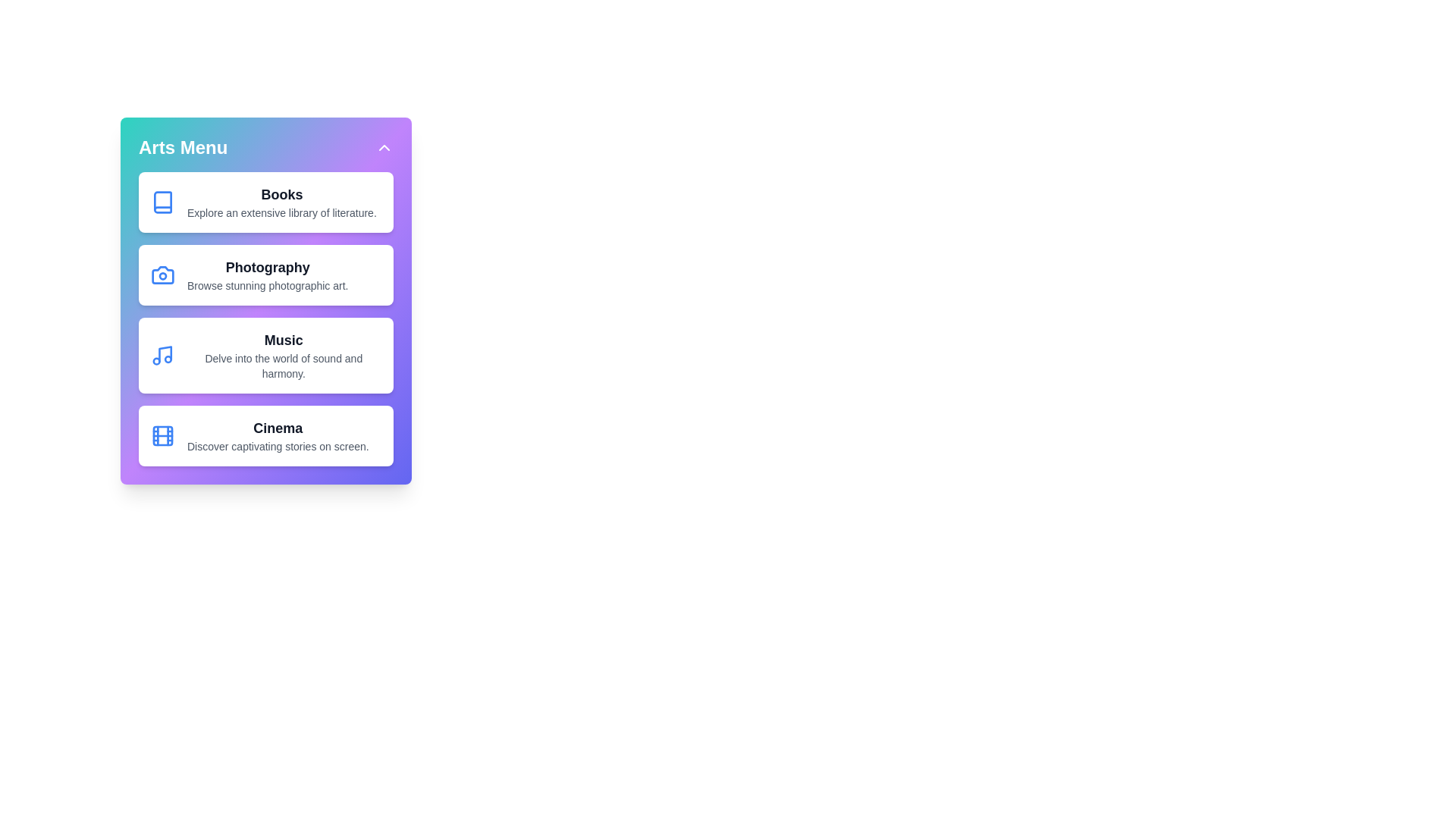  What do you see at coordinates (265, 201) in the screenshot?
I see `the 'Books' category button` at bounding box center [265, 201].